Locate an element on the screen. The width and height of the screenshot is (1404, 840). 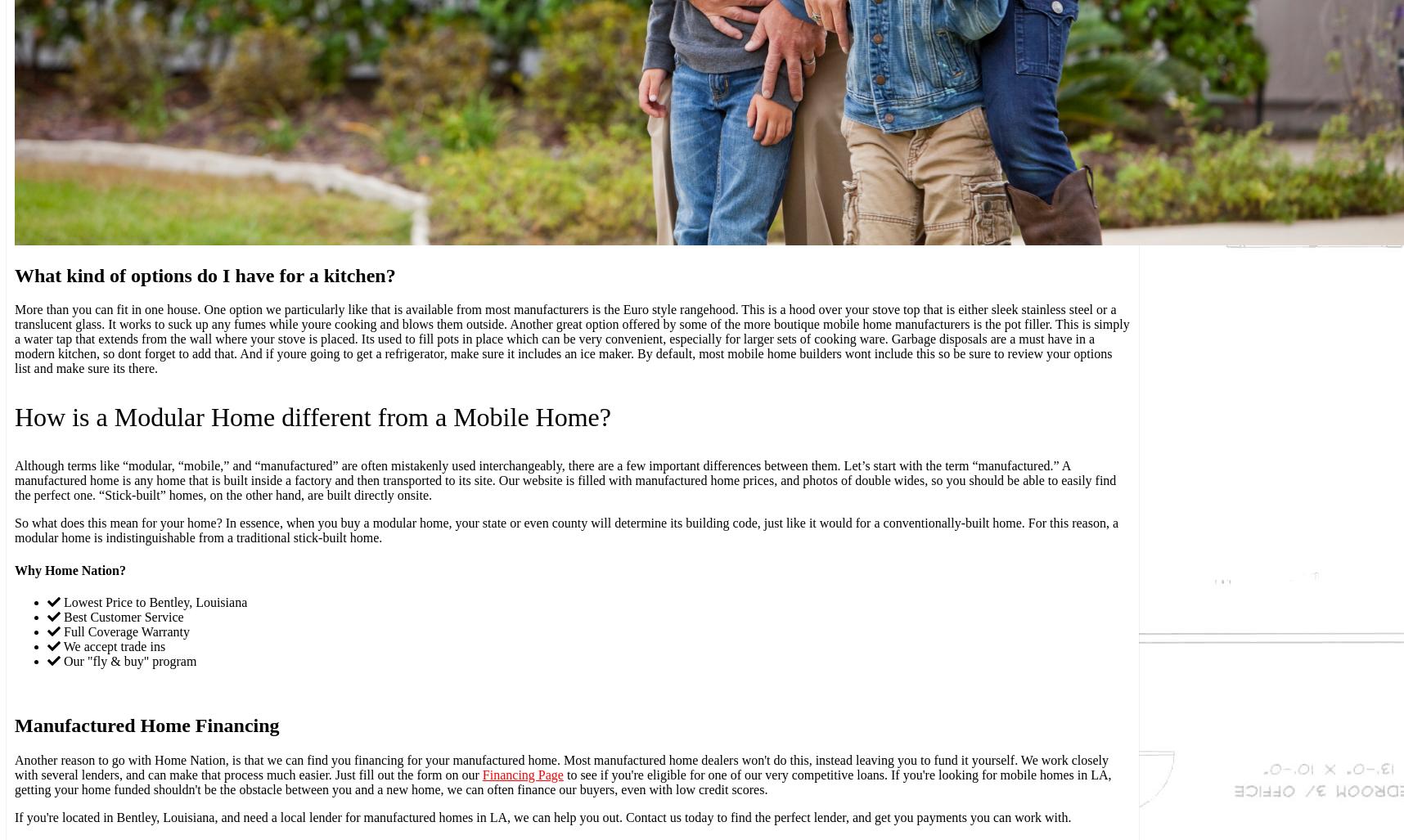
'Full Coverage Warranty' is located at coordinates (124, 630).